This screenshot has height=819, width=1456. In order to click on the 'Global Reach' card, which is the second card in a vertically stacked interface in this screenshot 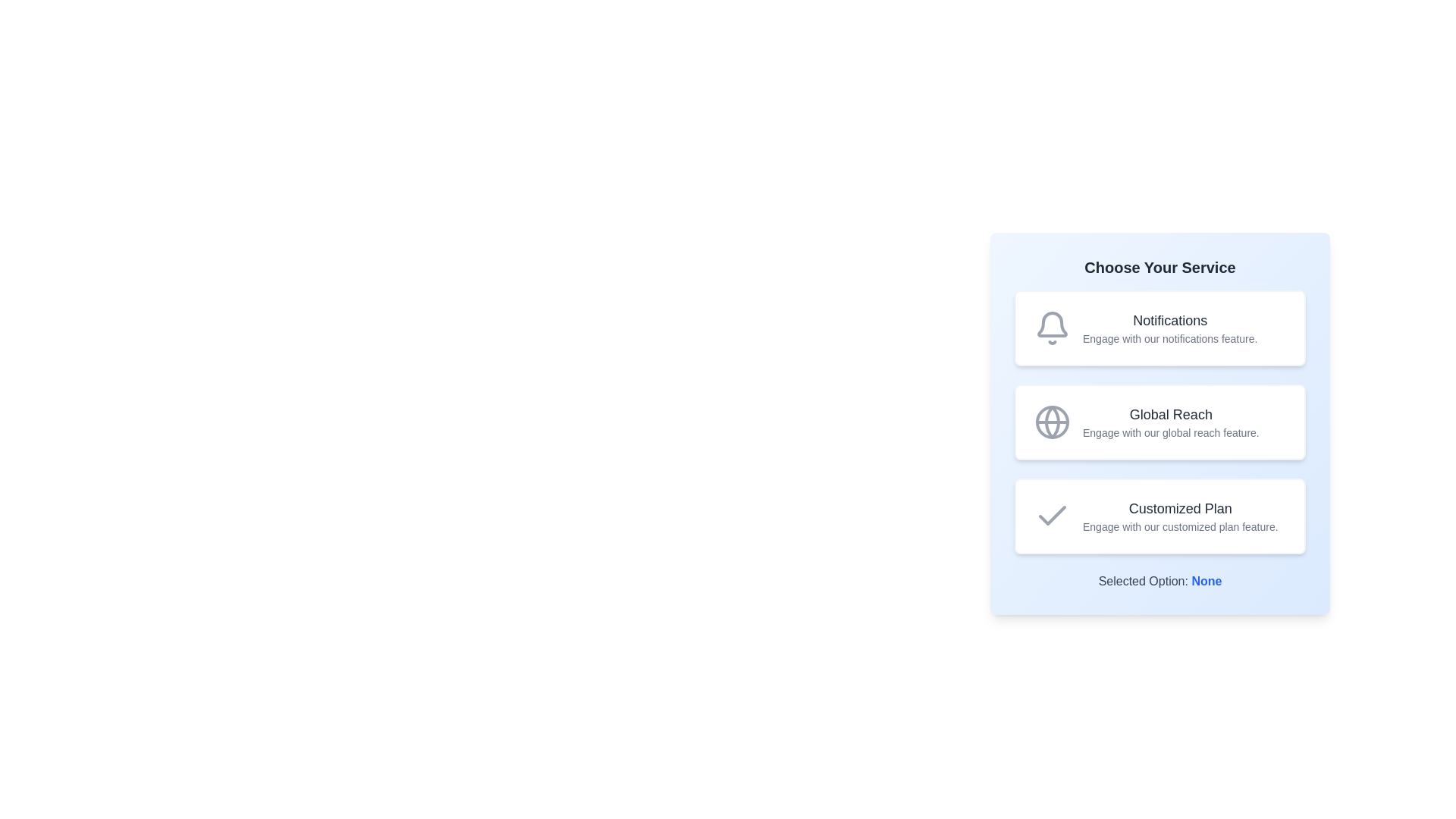, I will do `click(1159, 424)`.